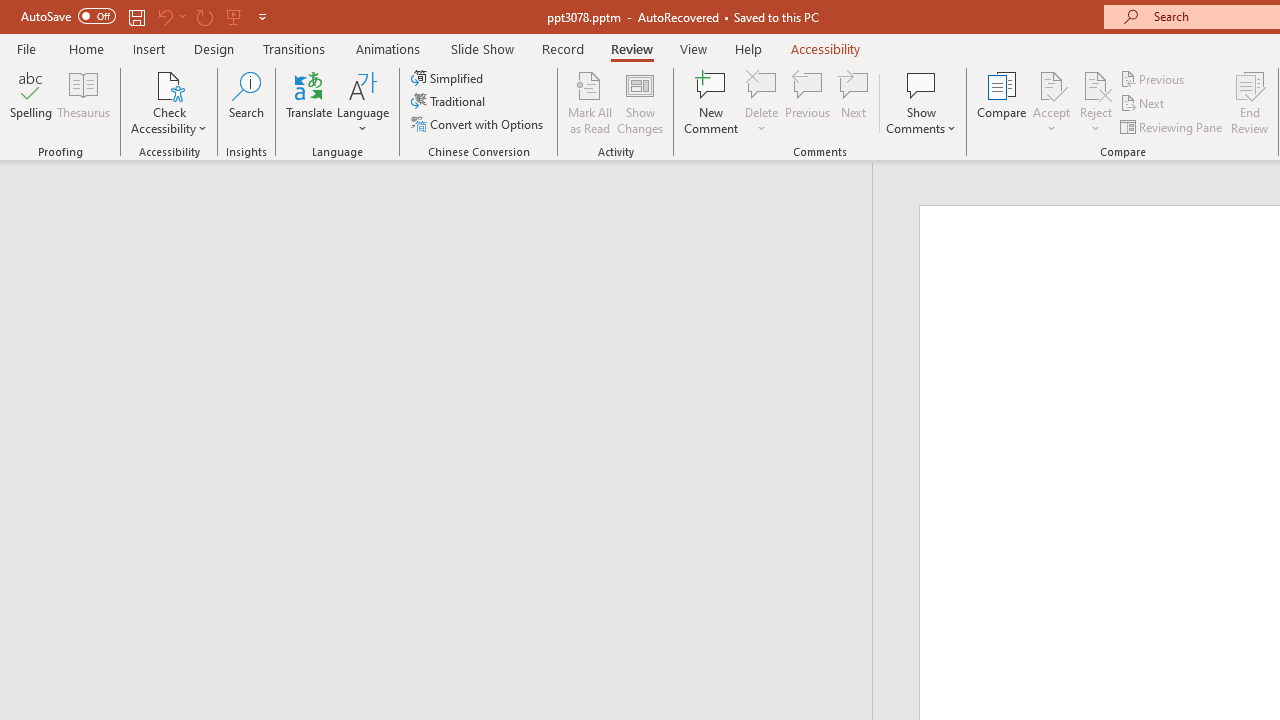 This screenshot has width=1280, height=720. What do you see at coordinates (711, 103) in the screenshot?
I see `'New Comment'` at bounding box center [711, 103].